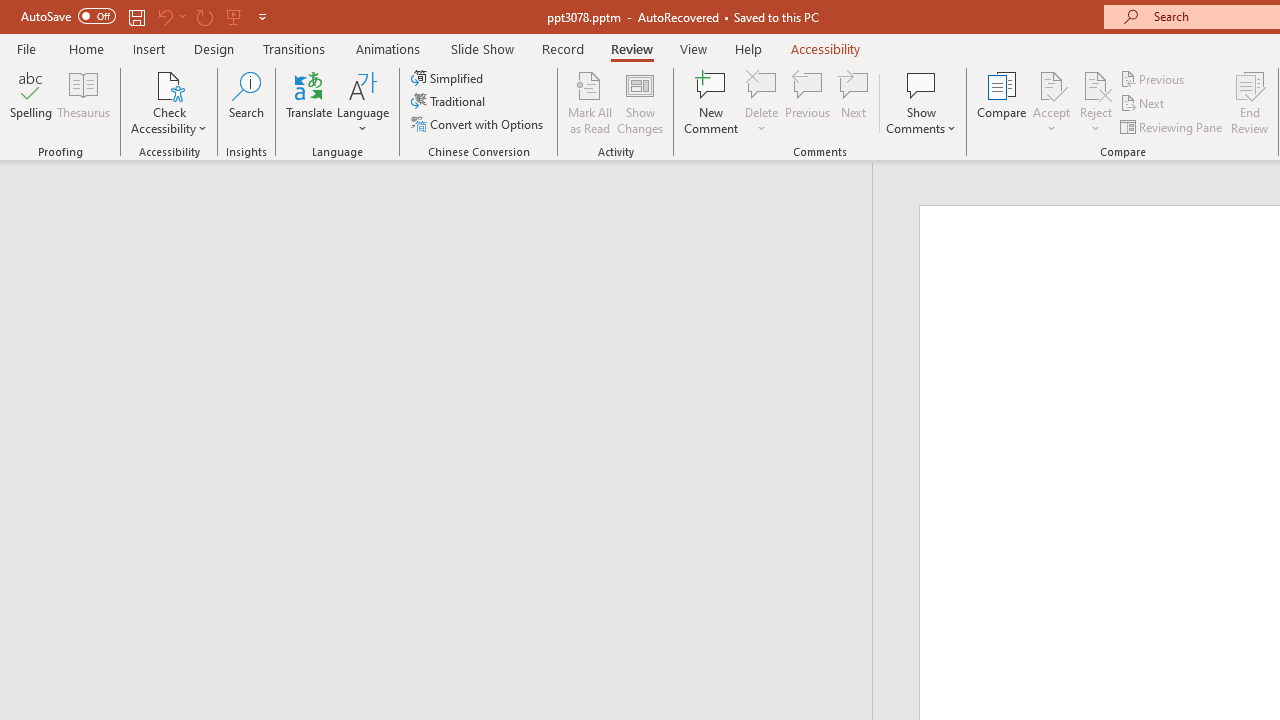 This screenshot has width=1280, height=720. What do you see at coordinates (711, 103) in the screenshot?
I see `'New Comment'` at bounding box center [711, 103].